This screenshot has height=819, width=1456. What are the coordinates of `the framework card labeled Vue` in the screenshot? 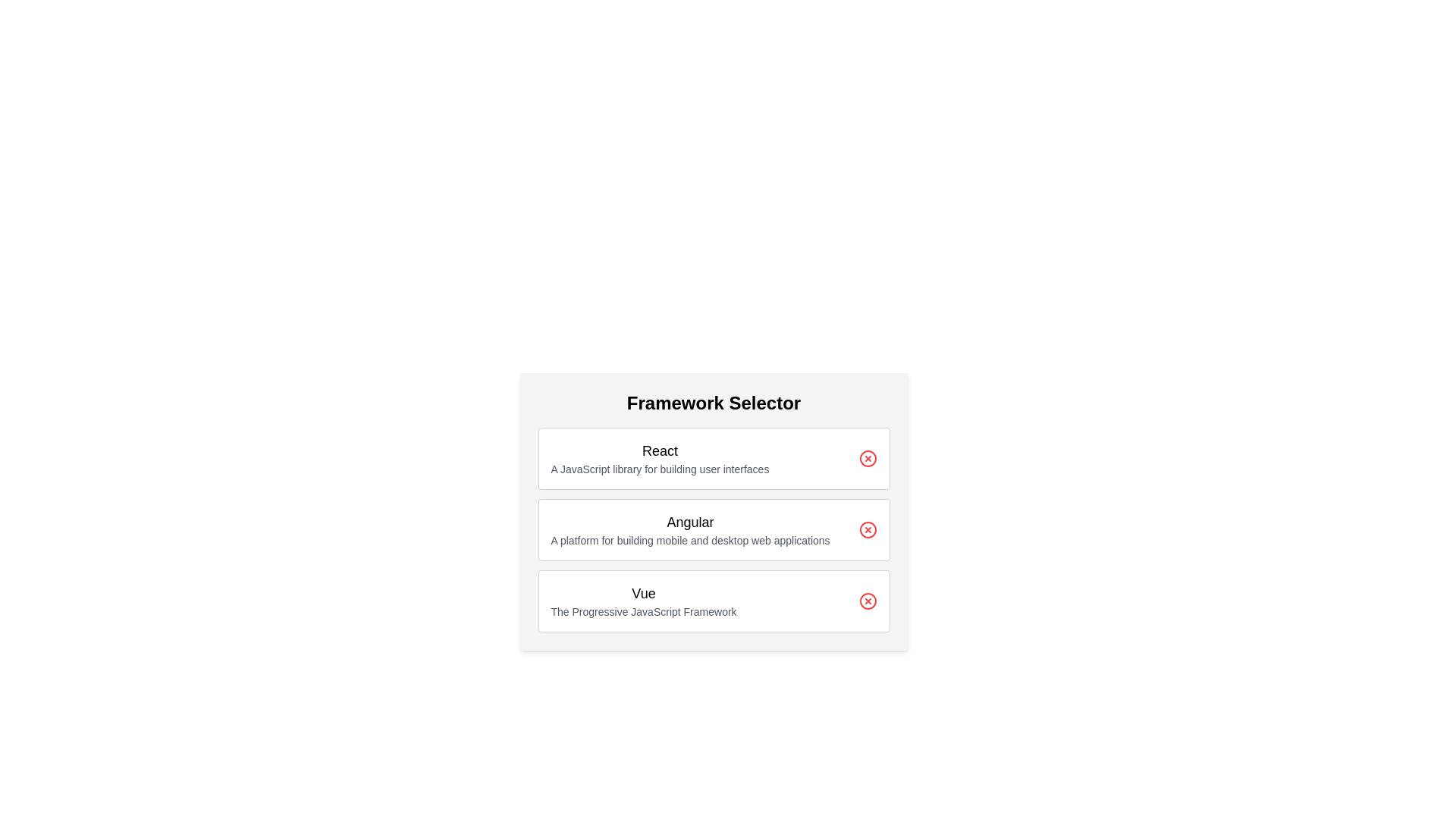 It's located at (713, 601).